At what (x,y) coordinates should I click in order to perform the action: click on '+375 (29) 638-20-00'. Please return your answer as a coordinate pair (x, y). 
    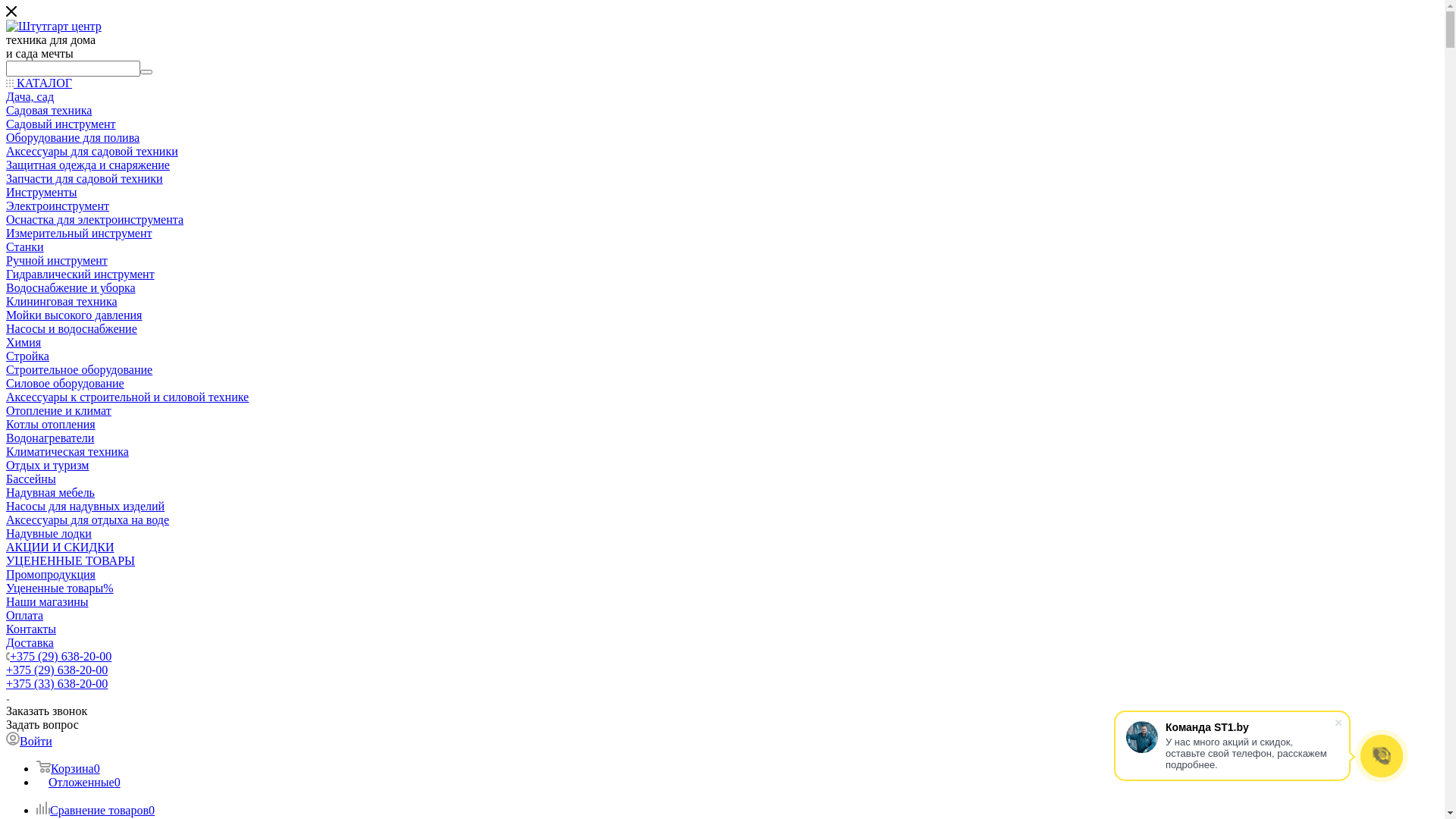
    Looking at the image, I should click on (61, 655).